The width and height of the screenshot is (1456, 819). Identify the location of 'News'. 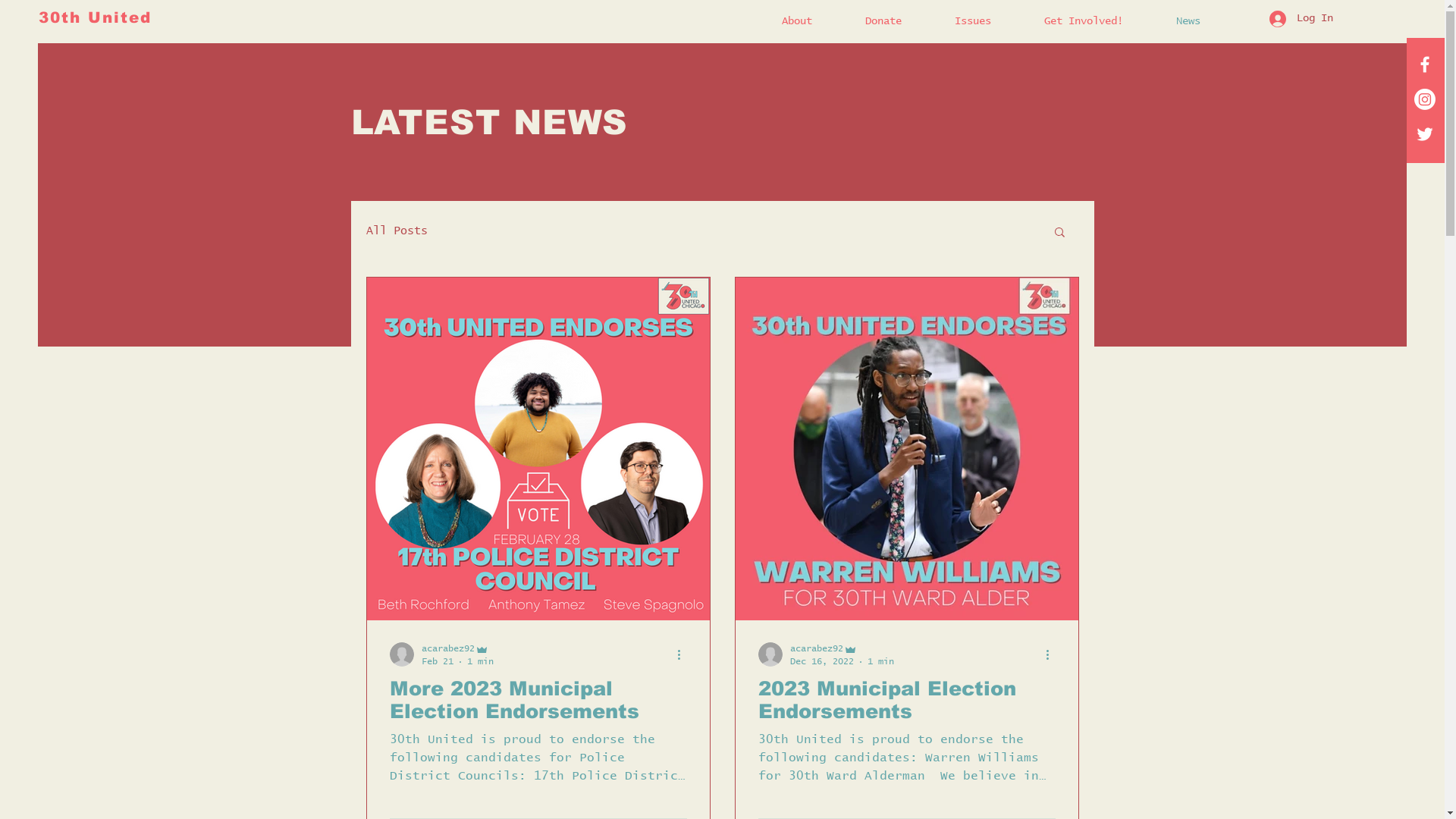
(1203, 20).